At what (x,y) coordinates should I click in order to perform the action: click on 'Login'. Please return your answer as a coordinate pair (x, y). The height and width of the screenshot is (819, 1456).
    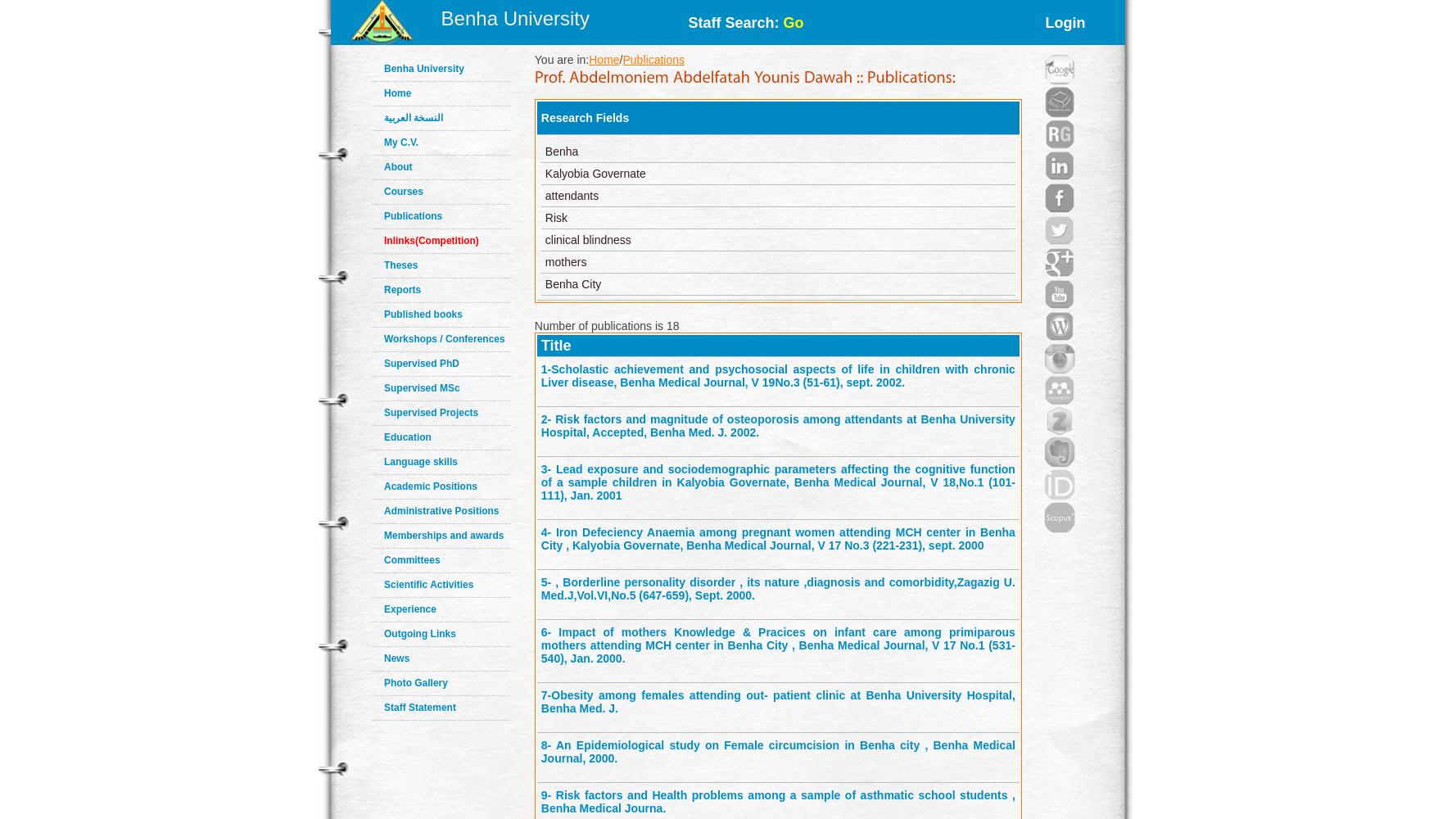
    Looking at the image, I should click on (1065, 23).